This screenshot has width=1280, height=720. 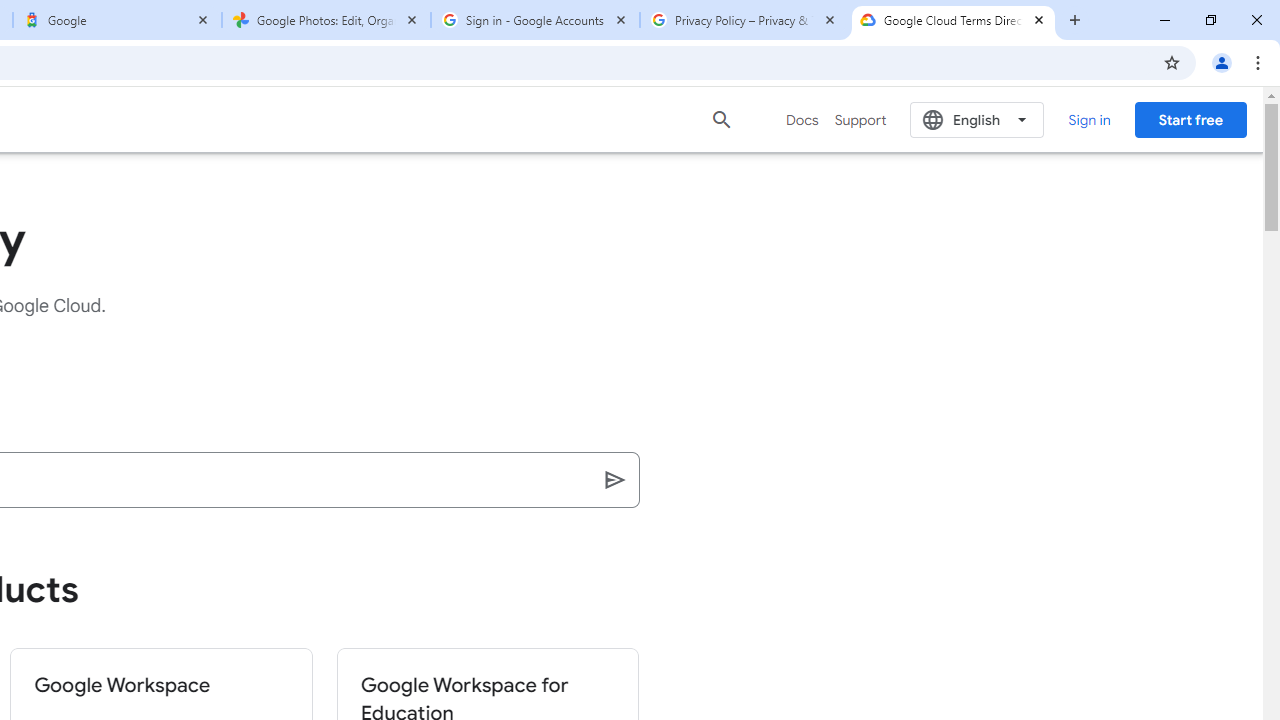 What do you see at coordinates (1190, 119) in the screenshot?
I see `'Start free'` at bounding box center [1190, 119].